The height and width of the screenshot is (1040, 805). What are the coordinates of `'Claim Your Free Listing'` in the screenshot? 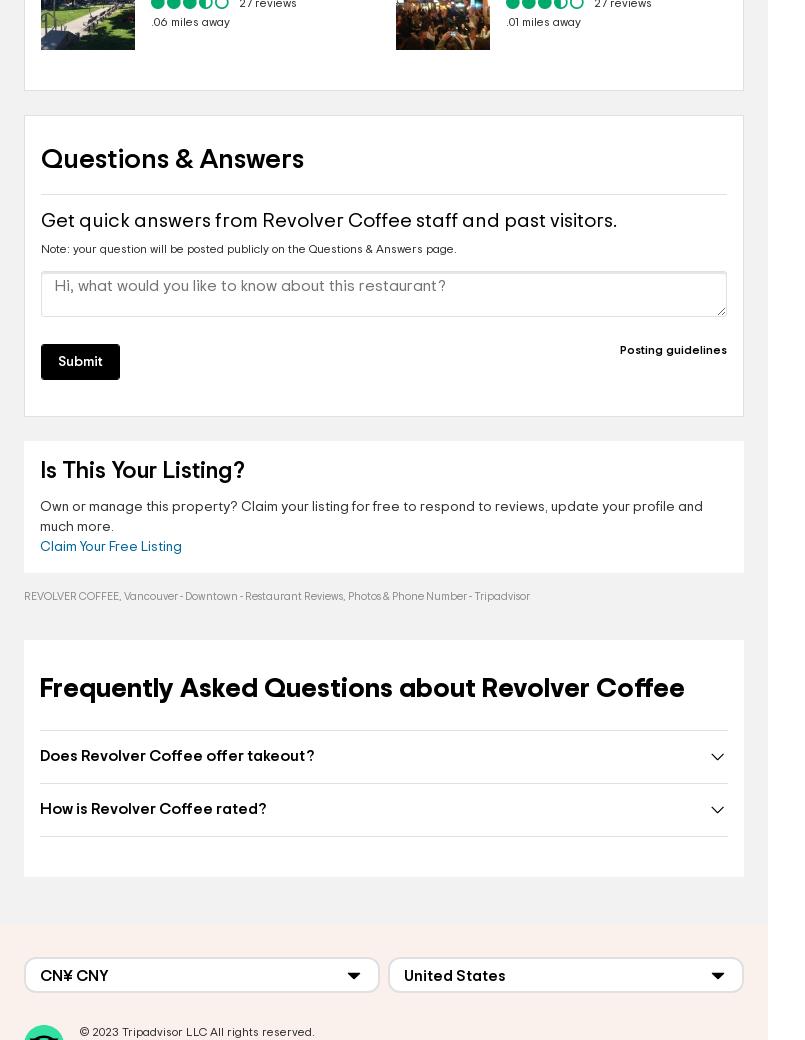 It's located at (110, 546).